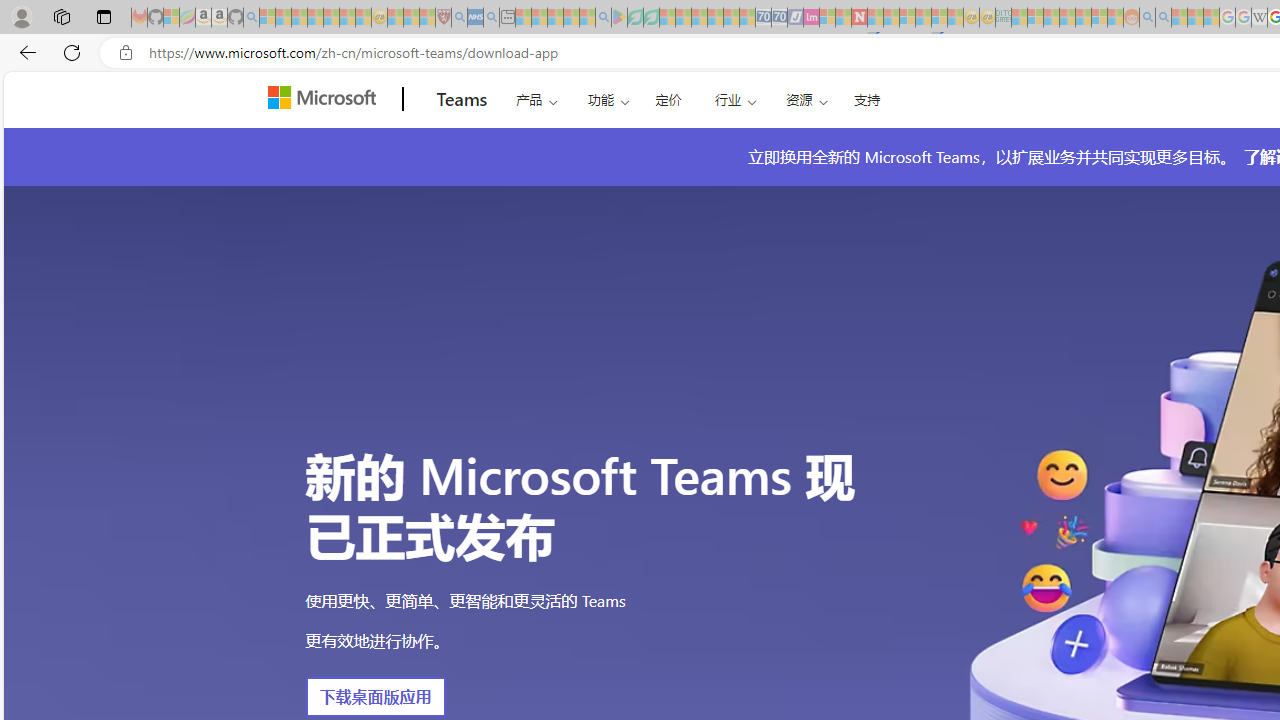  What do you see at coordinates (171, 17) in the screenshot?
I see `'Microsoft-Report a Concern to Bing - Sleeping'` at bounding box center [171, 17].